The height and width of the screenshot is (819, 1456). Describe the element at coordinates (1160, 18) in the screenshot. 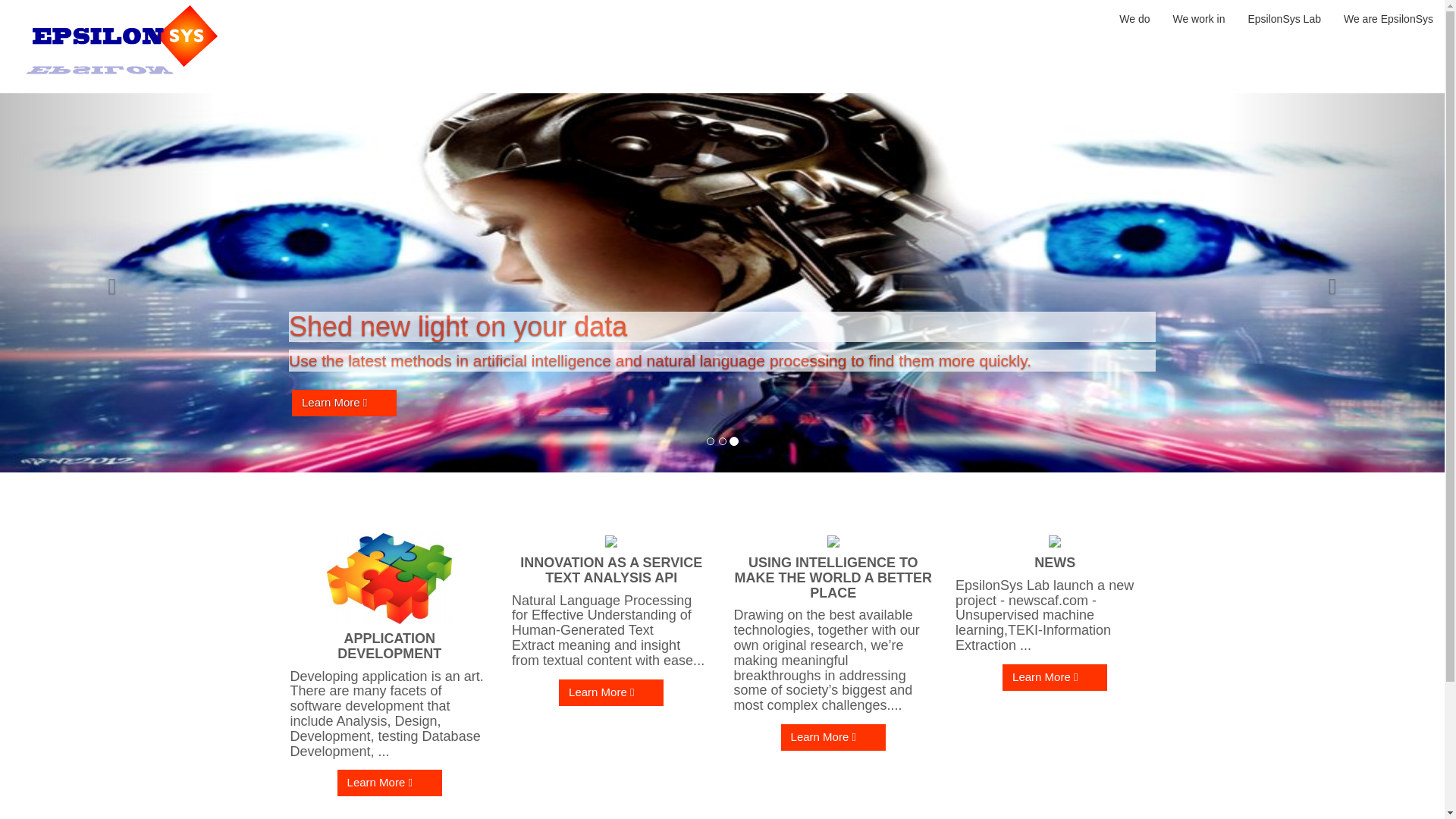

I see `'We work in'` at that location.